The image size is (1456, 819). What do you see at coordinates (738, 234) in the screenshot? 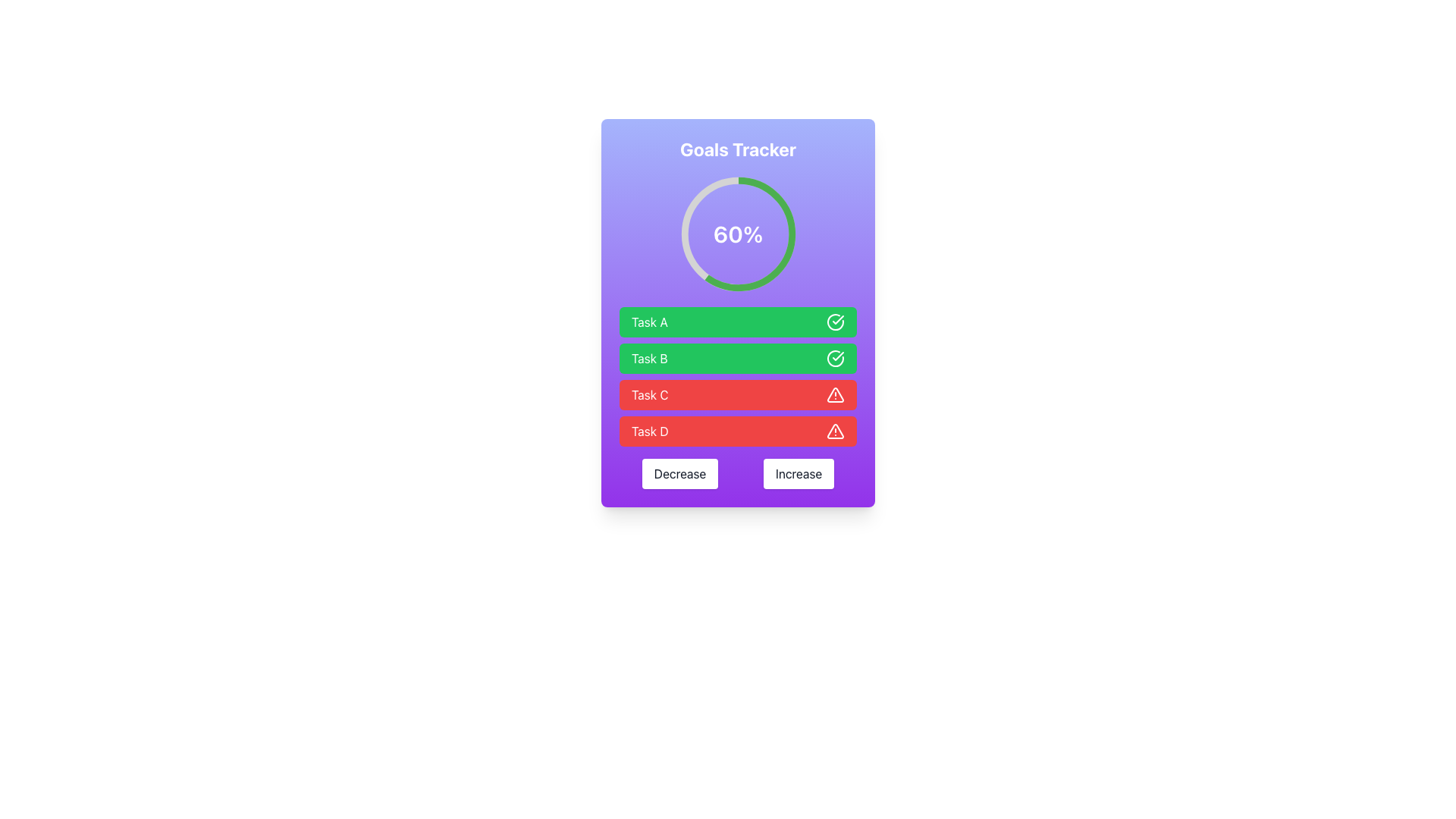
I see `the Progress indicator represented as a circular ring, which shows a completion percentage of 60% and is centrally positioned in the 'Goals Tracker' section` at bounding box center [738, 234].